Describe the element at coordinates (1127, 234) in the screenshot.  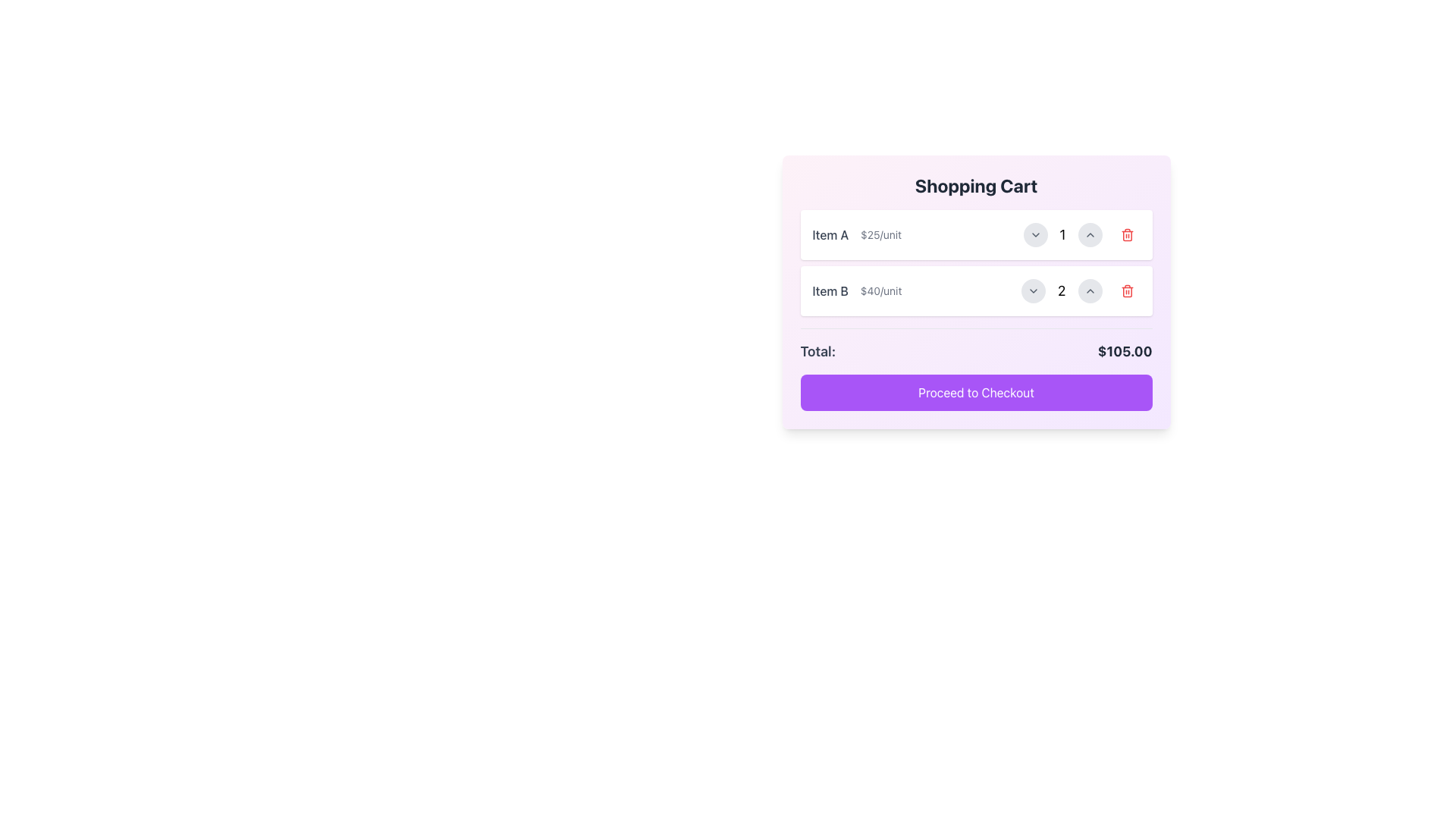
I see `the red trash icon button, which is located on the right side of the shopping cart interface next to the quantity selector of Item A, to provide visual feedback` at that location.